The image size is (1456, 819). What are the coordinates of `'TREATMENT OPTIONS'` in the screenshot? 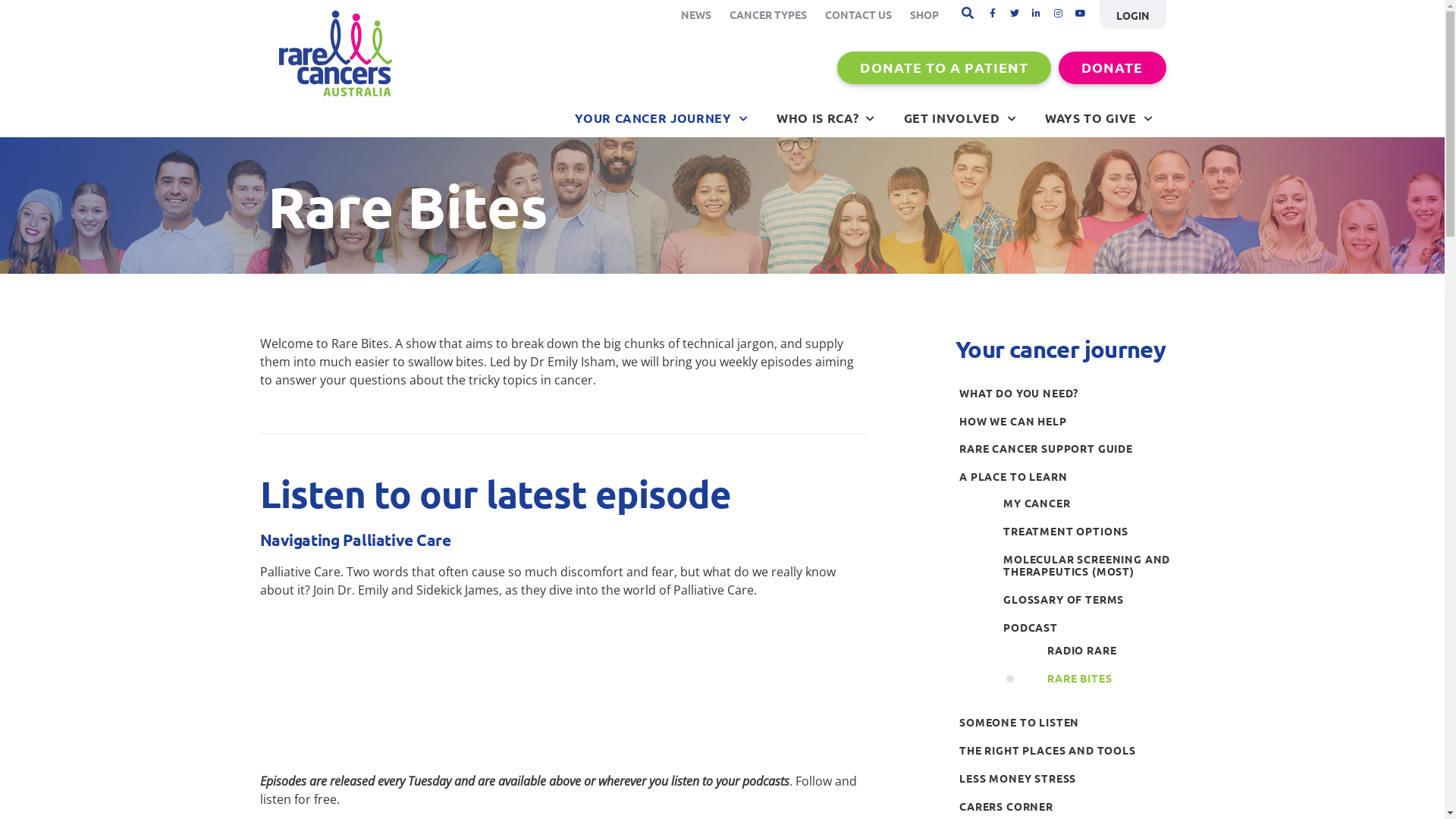 It's located at (1087, 530).